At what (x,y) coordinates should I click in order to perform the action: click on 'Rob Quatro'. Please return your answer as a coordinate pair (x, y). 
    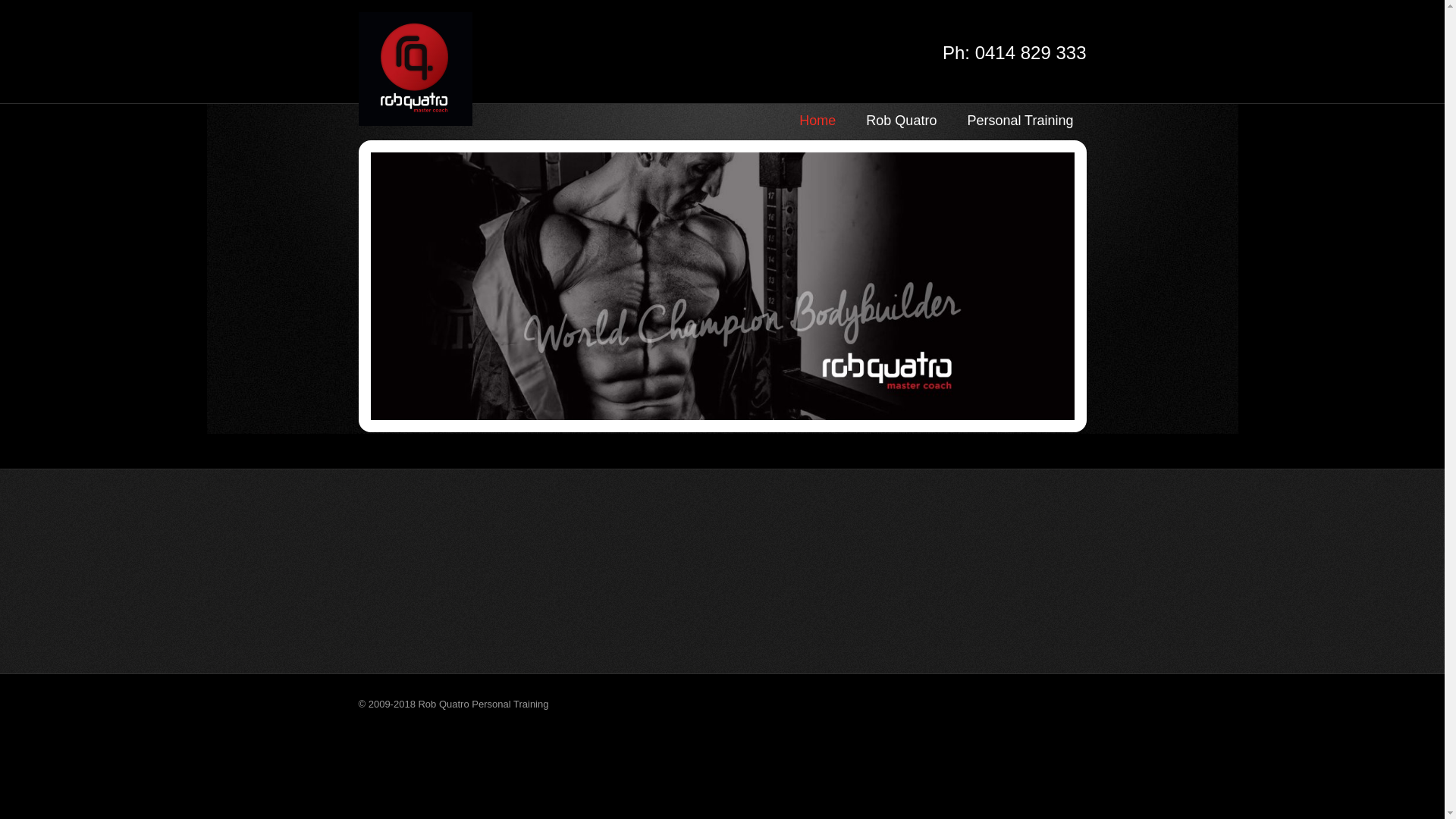
    Looking at the image, I should click on (858, 120).